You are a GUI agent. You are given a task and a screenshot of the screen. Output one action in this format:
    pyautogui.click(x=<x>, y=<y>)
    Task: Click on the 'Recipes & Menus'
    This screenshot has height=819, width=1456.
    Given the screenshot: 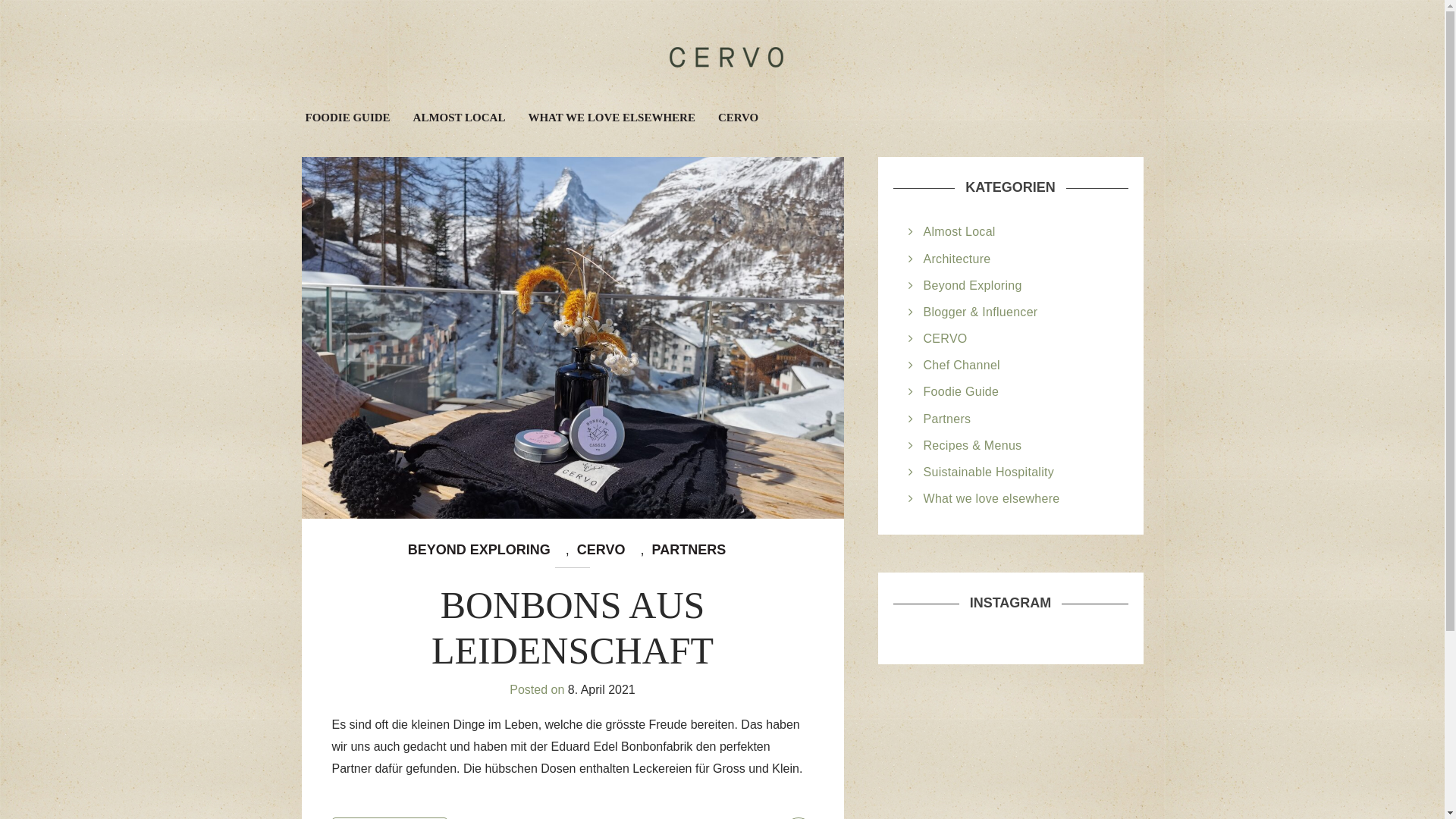 What is the action you would take?
    pyautogui.click(x=972, y=444)
    